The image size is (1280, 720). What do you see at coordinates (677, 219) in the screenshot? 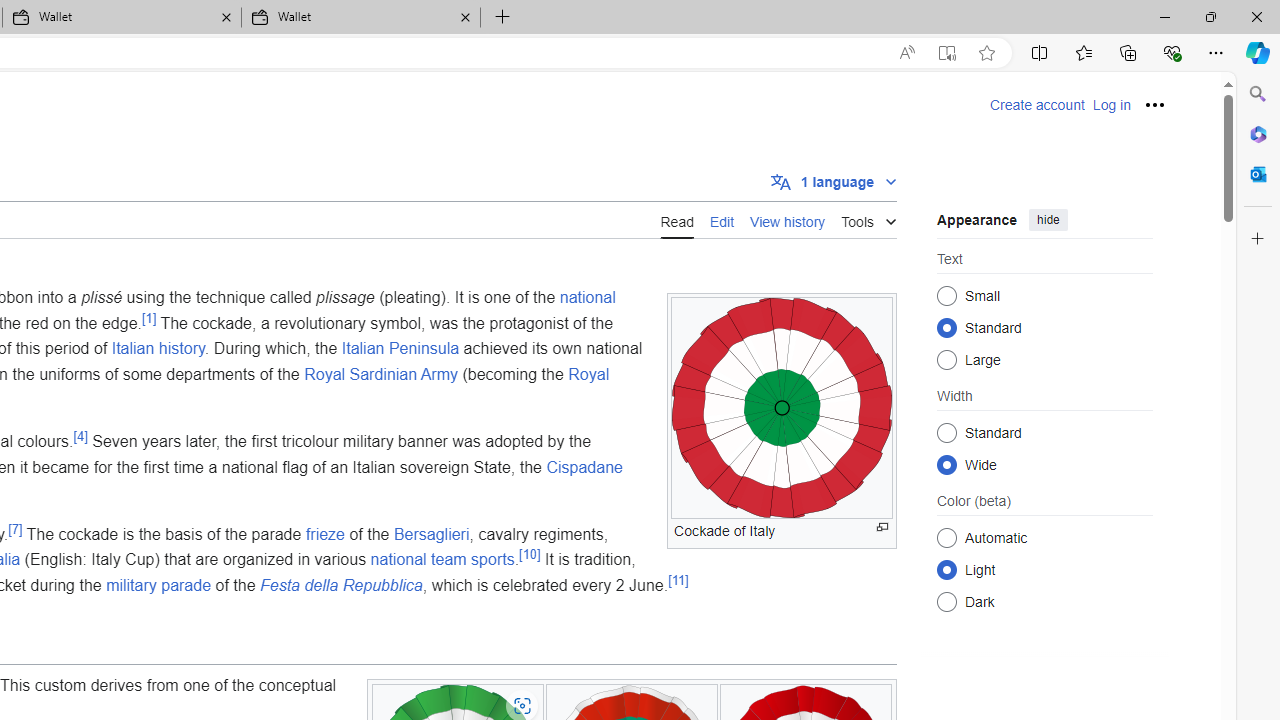
I see `'Read'` at bounding box center [677, 219].